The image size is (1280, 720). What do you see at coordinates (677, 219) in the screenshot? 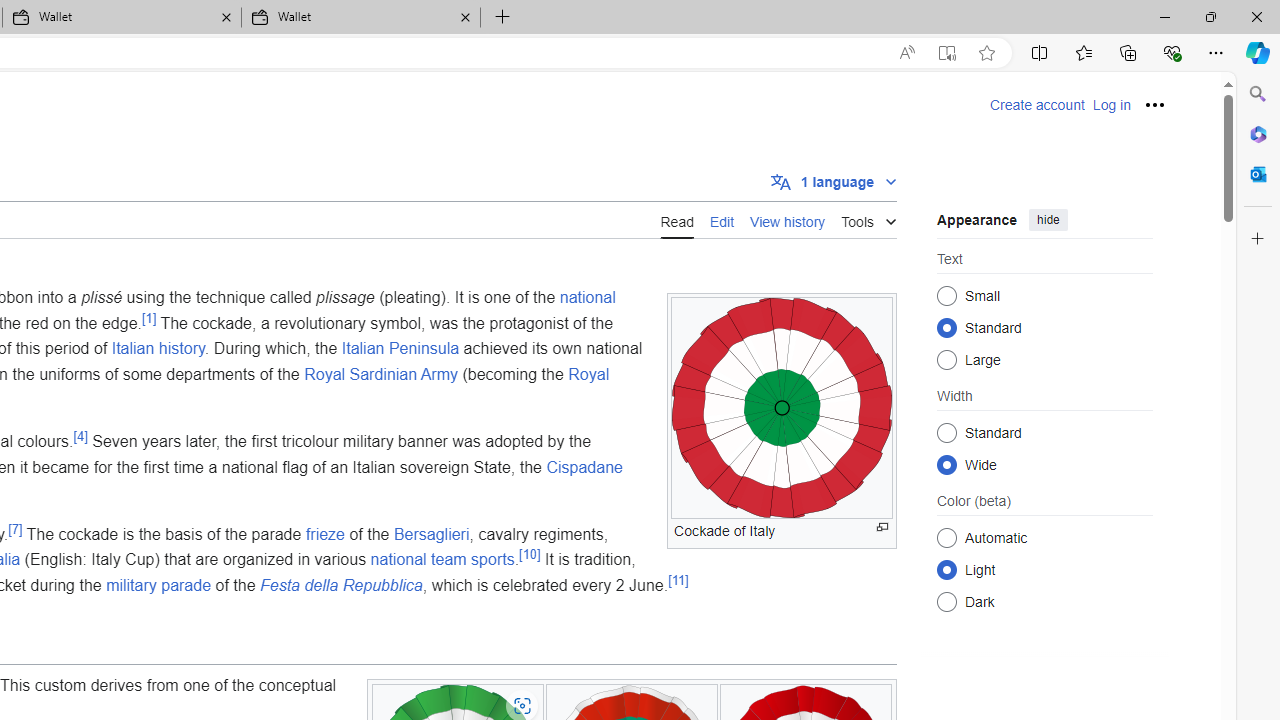
I see `'Read'` at bounding box center [677, 219].